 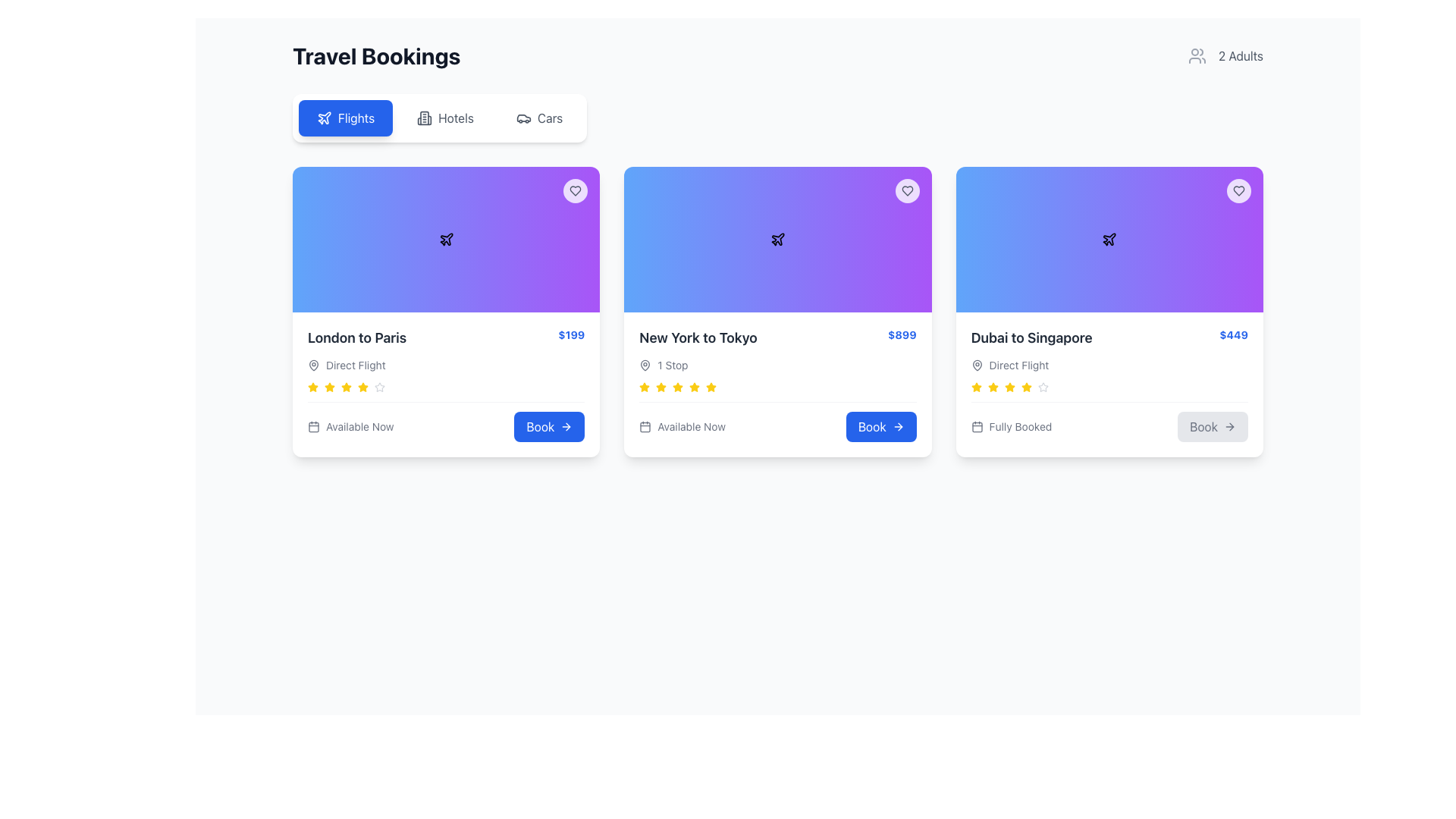 I want to click on the plane icon located at the center of the gradient background in the flight information card for 'Dubai to Singapore', so click(x=1109, y=239).